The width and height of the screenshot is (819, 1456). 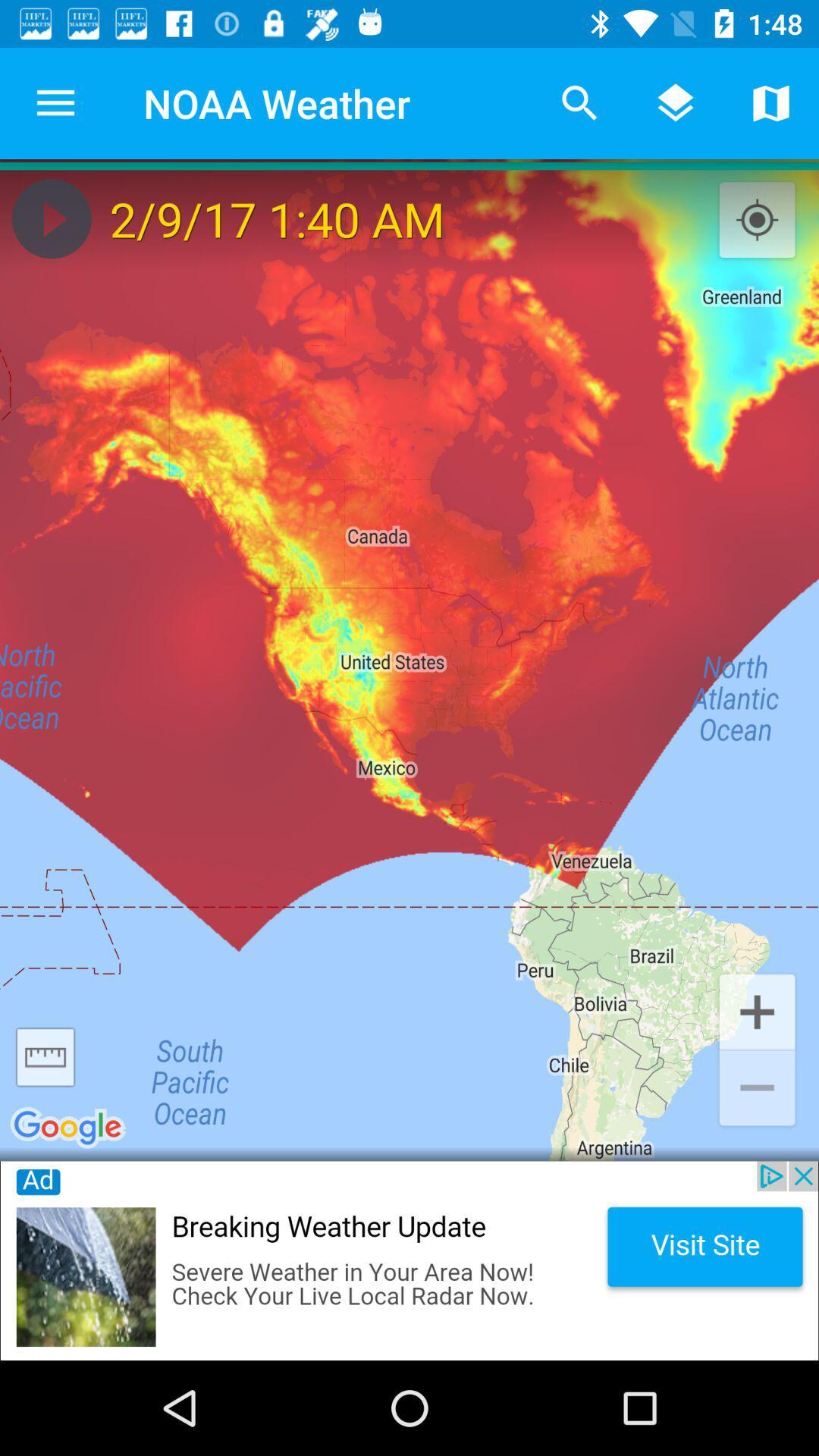 What do you see at coordinates (51, 218) in the screenshot?
I see `the map` at bounding box center [51, 218].